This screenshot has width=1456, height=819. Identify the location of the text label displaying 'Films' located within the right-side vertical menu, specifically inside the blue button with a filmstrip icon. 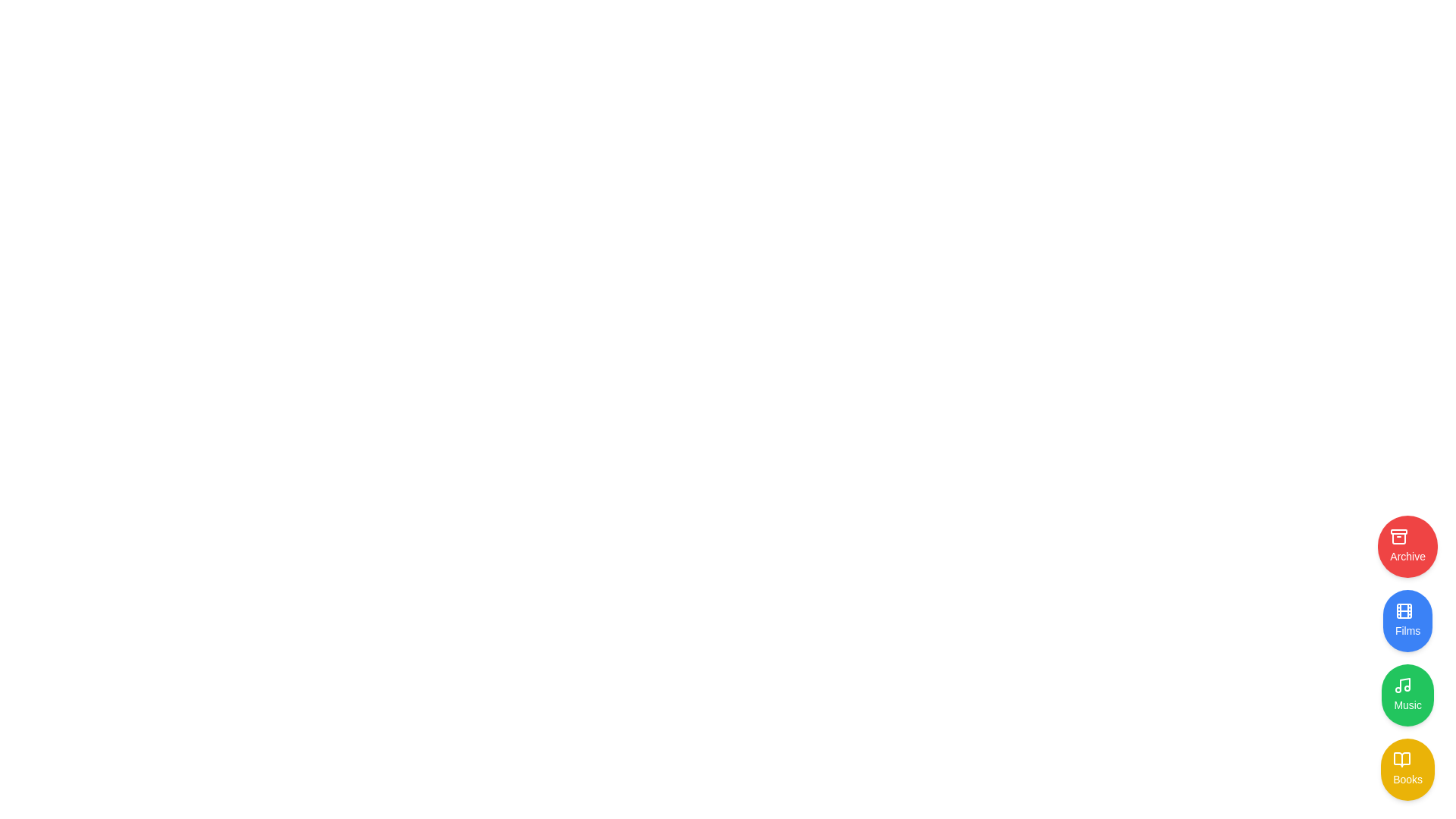
(1407, 631).